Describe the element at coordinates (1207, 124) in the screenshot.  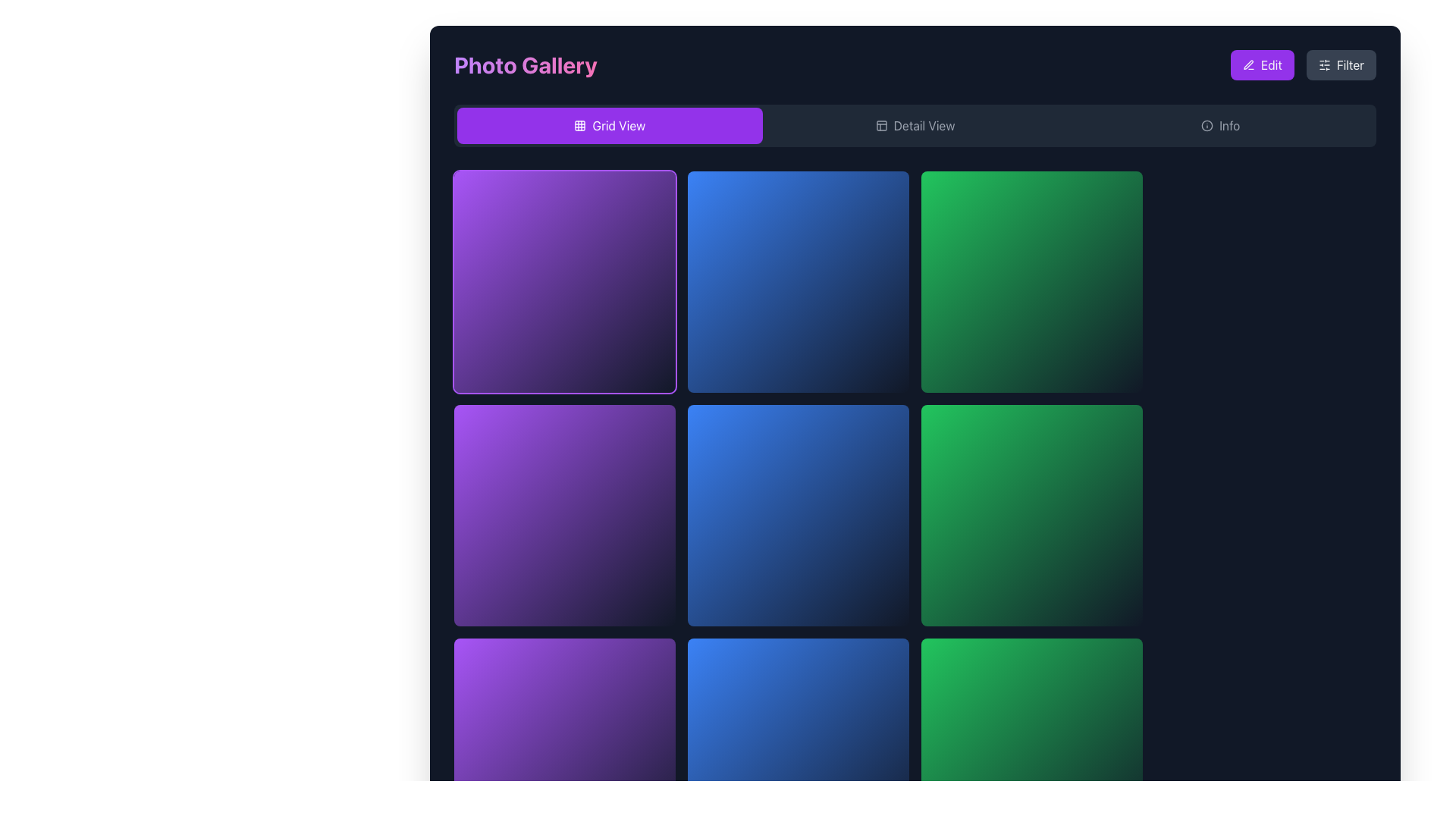
I see `the SVG-based icon to the left of the 'Info' text in the upper-right corner` at that location.